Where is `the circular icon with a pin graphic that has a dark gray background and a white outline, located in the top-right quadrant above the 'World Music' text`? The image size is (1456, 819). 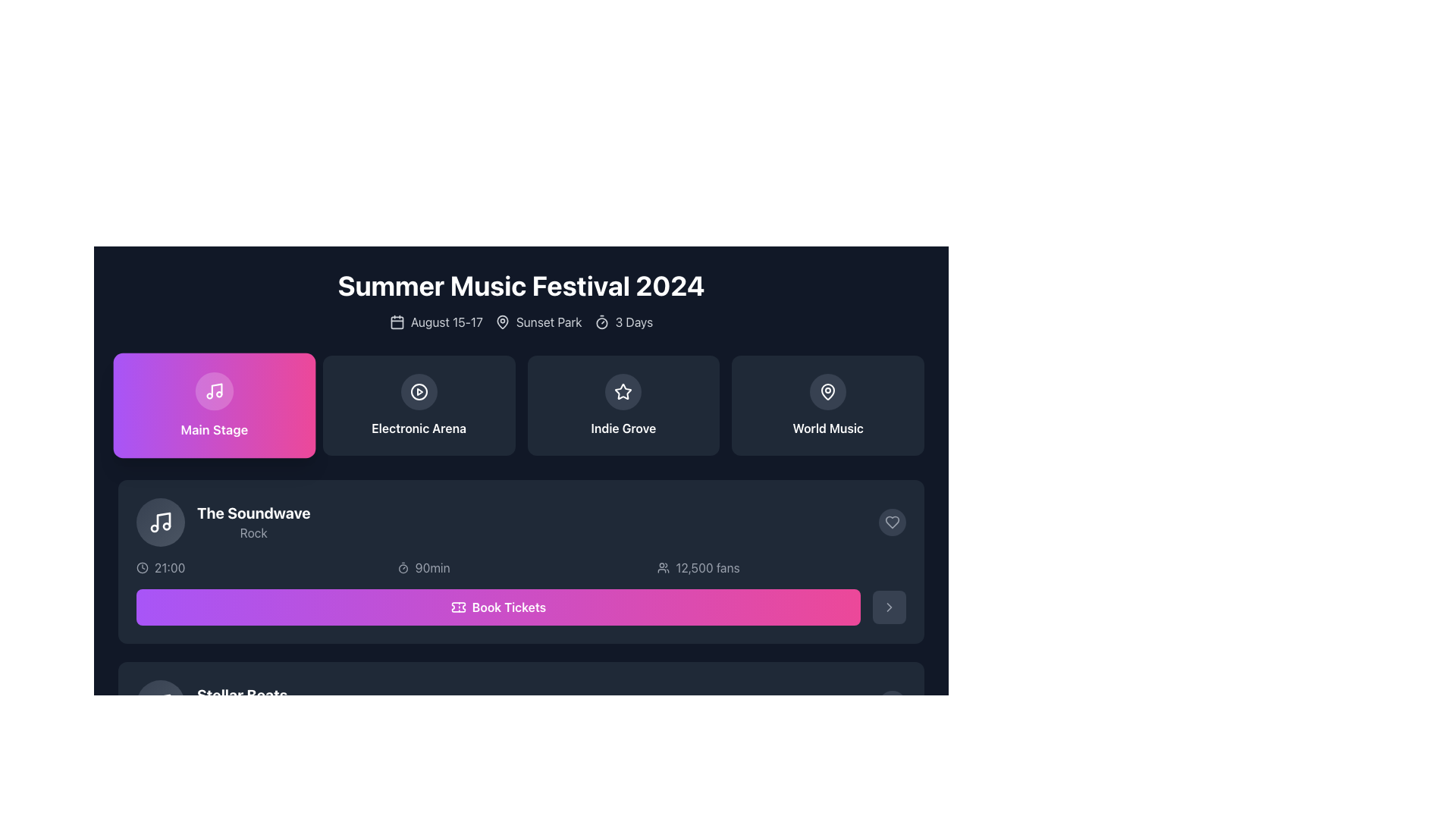
the circular icon with a pin graphic that has a dark gray background and a white outline, located in the top-right quadrant above the 'World Music' text is located at coordinates (827, 391).